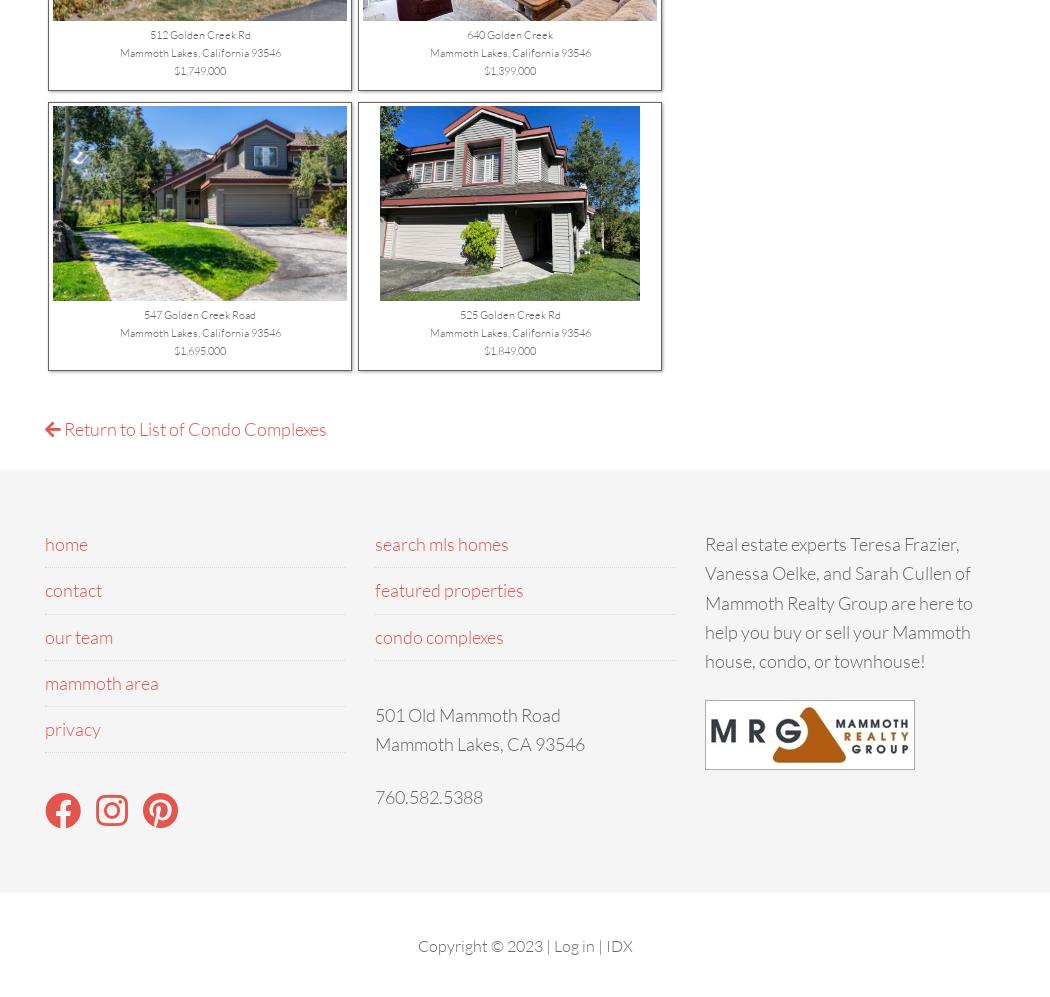  I want to click on 'search mls homes', so click(441, 542).